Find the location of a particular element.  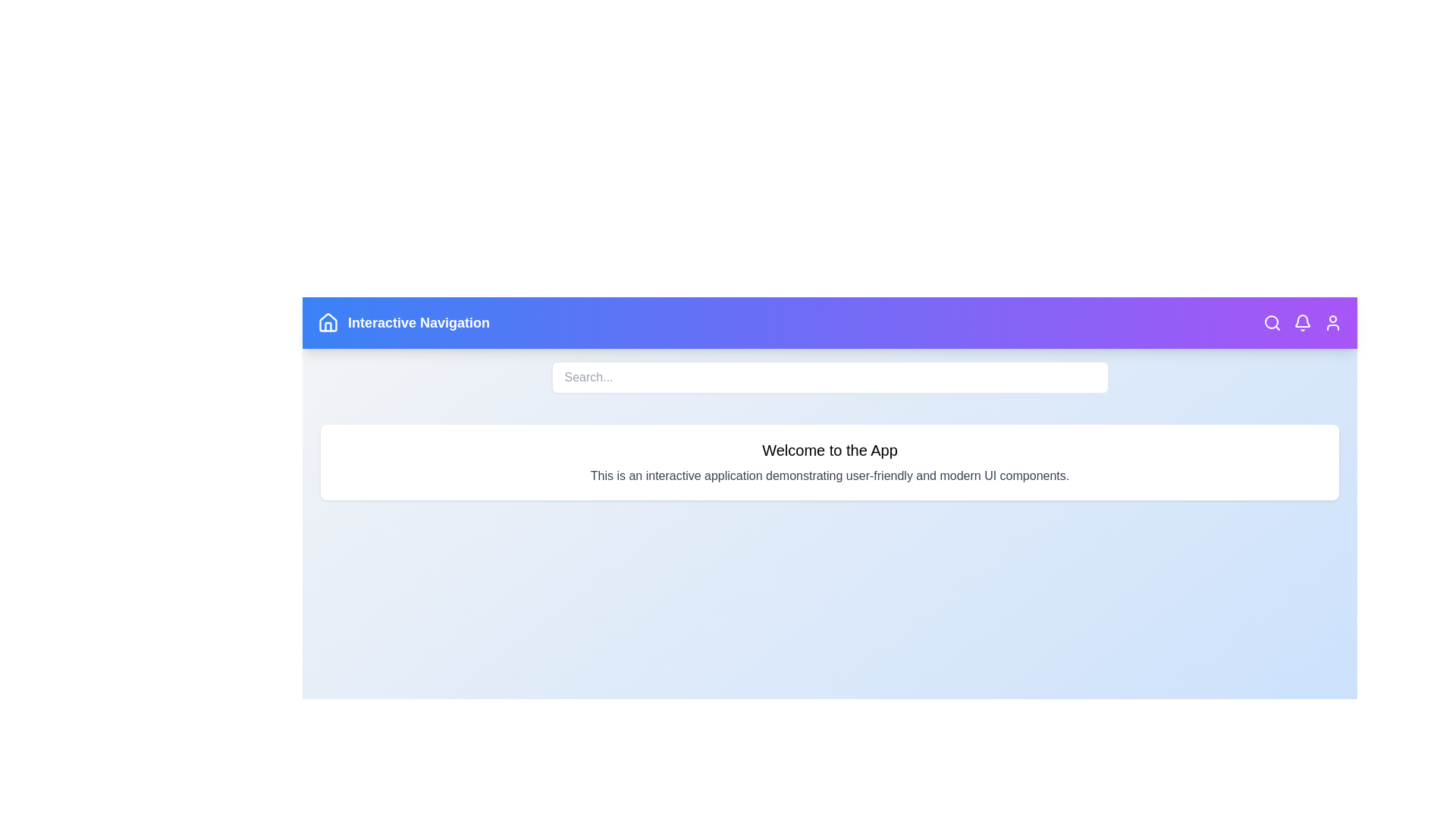

the Bell Icon to see the tooltip or visual feedback is located at coordinates (1302, 322).